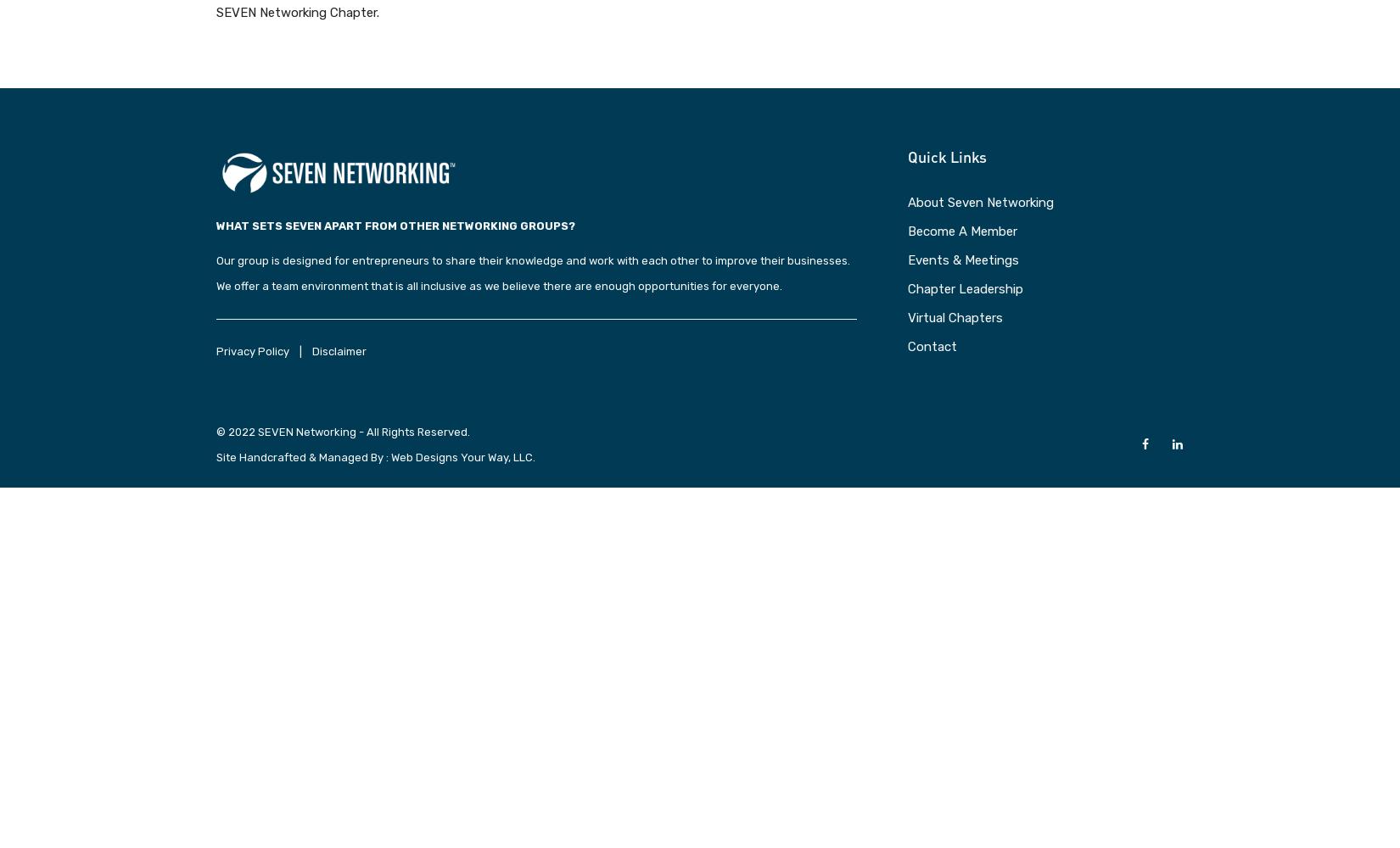  What do you see at coordinates (395, 225) in the screenshot?
I see `'WHAT SETS SEVEN APART FROM OTHER NETWORKING GROUPS?'` at bounding box center [395, 225].